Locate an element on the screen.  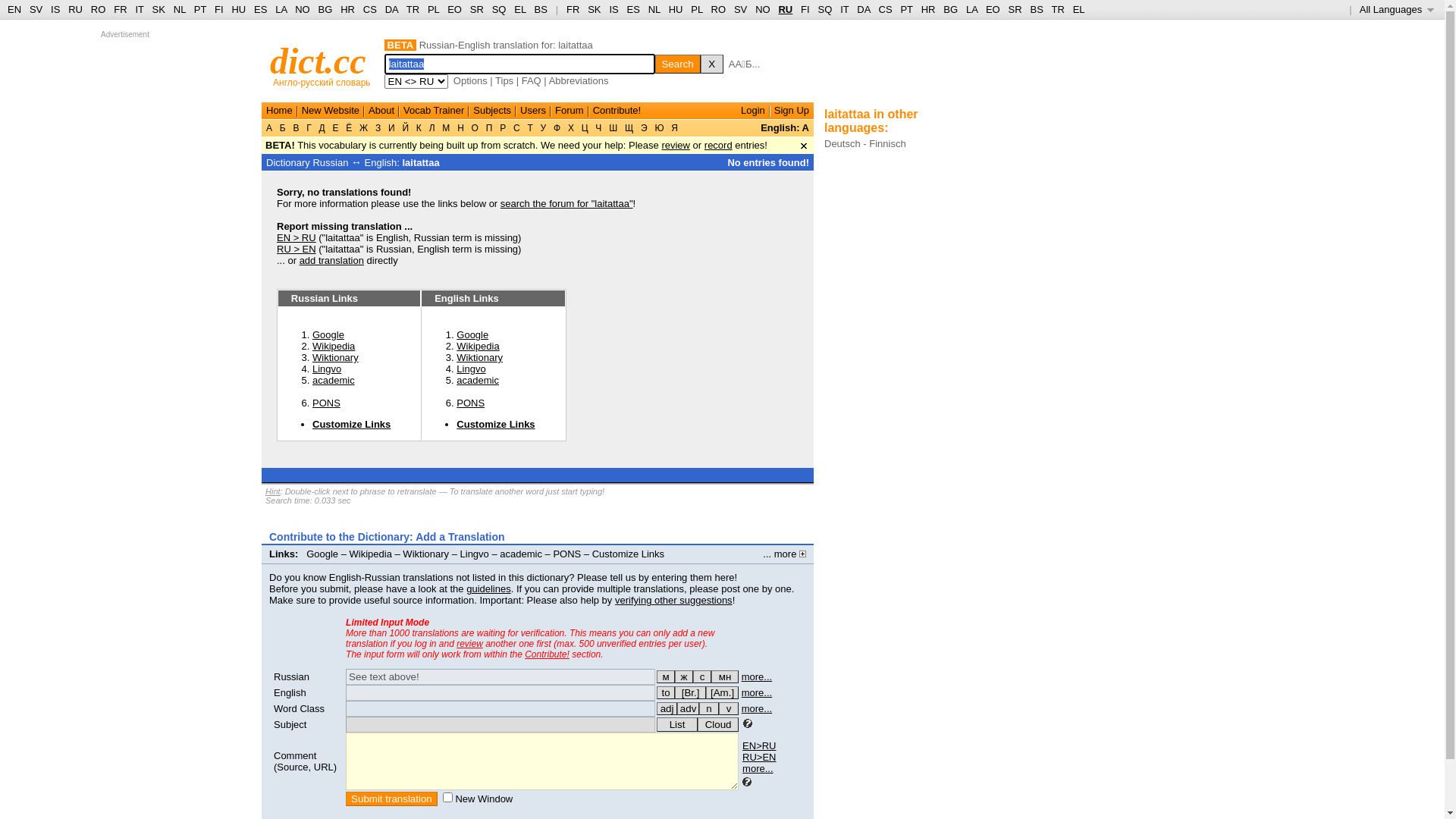
'Search' is located at coordinates (676, 63).